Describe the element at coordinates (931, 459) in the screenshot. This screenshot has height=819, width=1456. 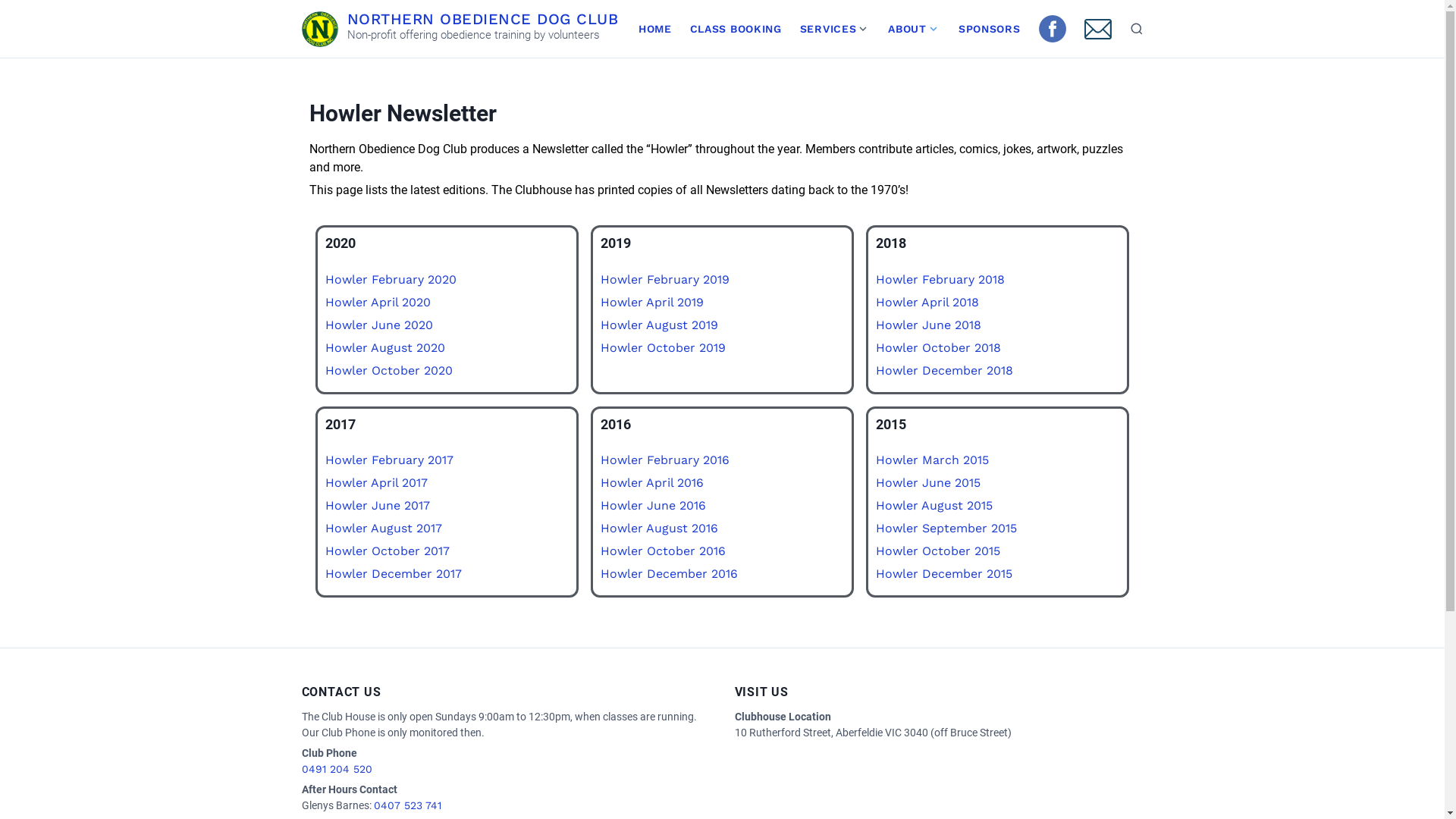
I see `'Howler March 2015'` at that location.